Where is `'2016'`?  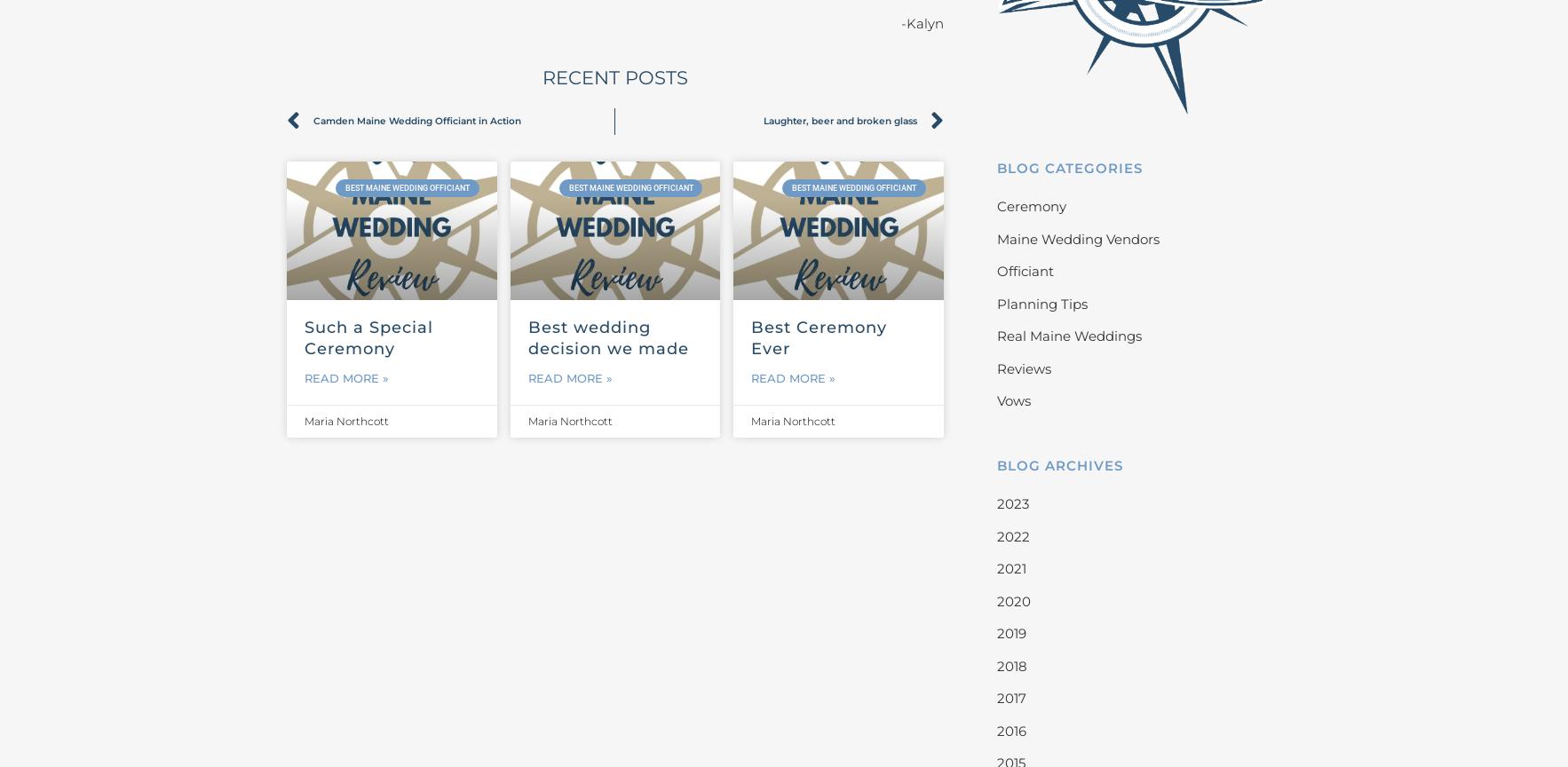
'2016' is located at coordinates (1010, 729).